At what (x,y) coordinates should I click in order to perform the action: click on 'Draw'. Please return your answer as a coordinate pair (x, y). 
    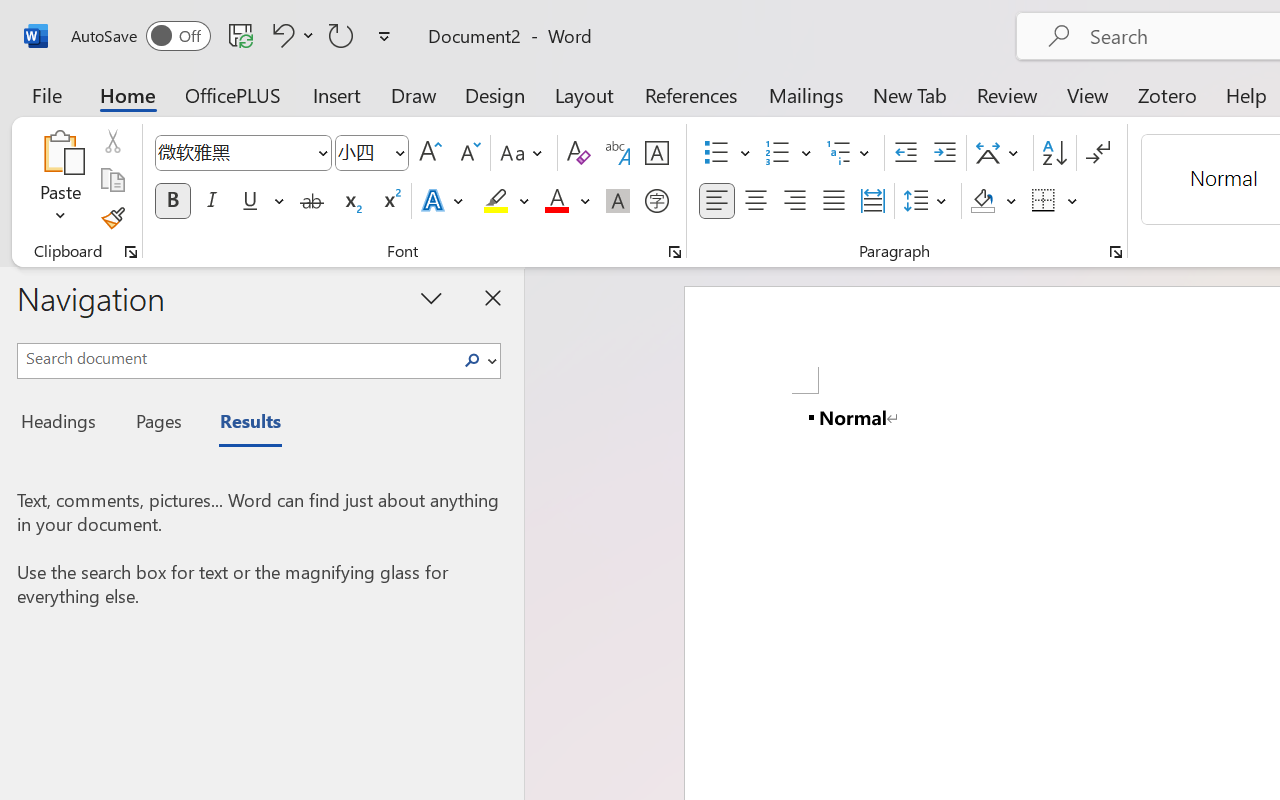
    Looking at the image, I should click on (413, 94).